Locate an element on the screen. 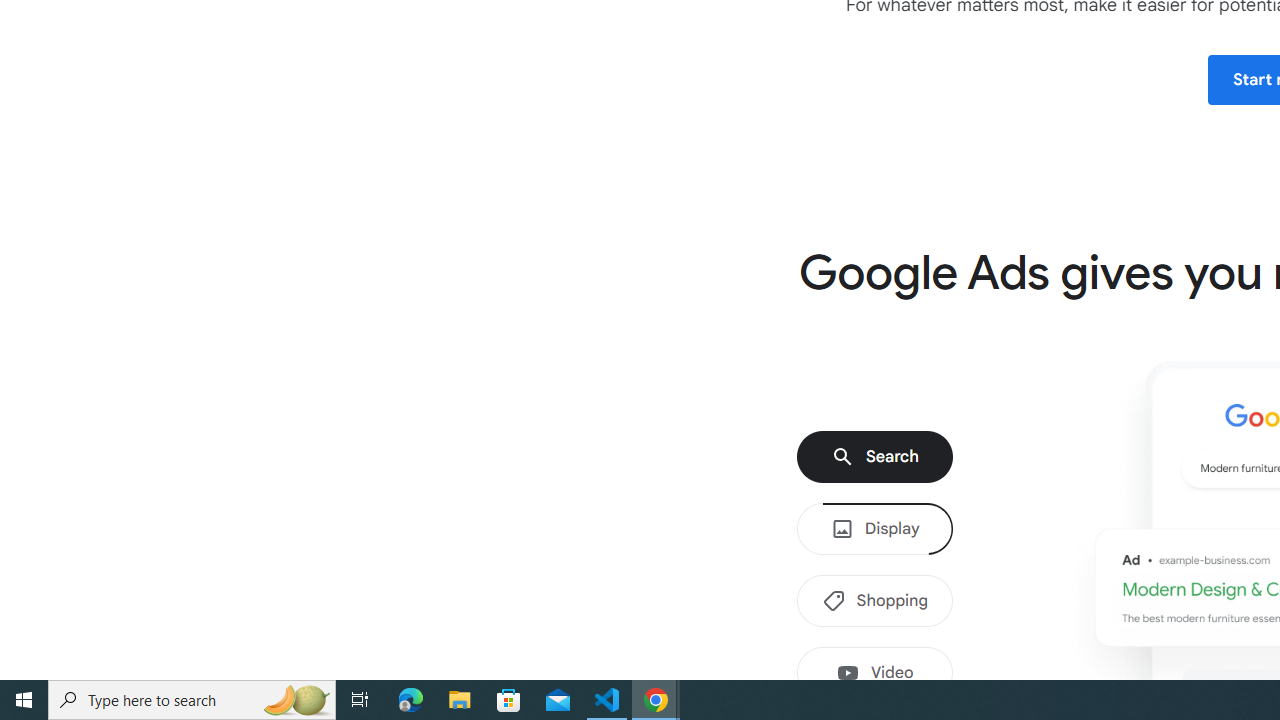 The height and width of the screenshot is (720, 1280). 'Search - Selected, more information after list' is located at coordinates (874, 457).